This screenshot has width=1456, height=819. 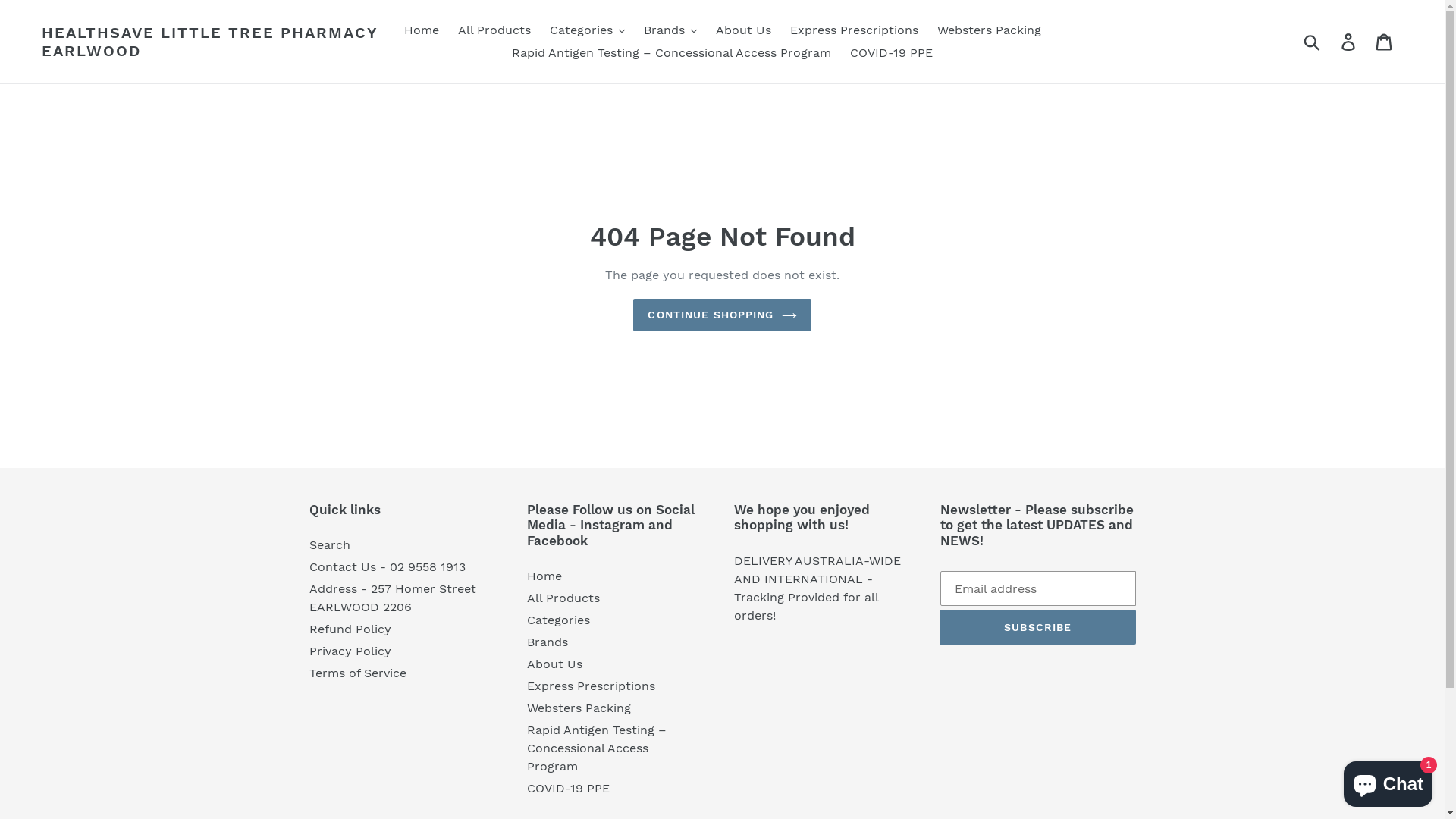 What do you see at coordinates (1312, 40) in the screenshot?
I see `'Submit'` at bounding box center [1312, 40].